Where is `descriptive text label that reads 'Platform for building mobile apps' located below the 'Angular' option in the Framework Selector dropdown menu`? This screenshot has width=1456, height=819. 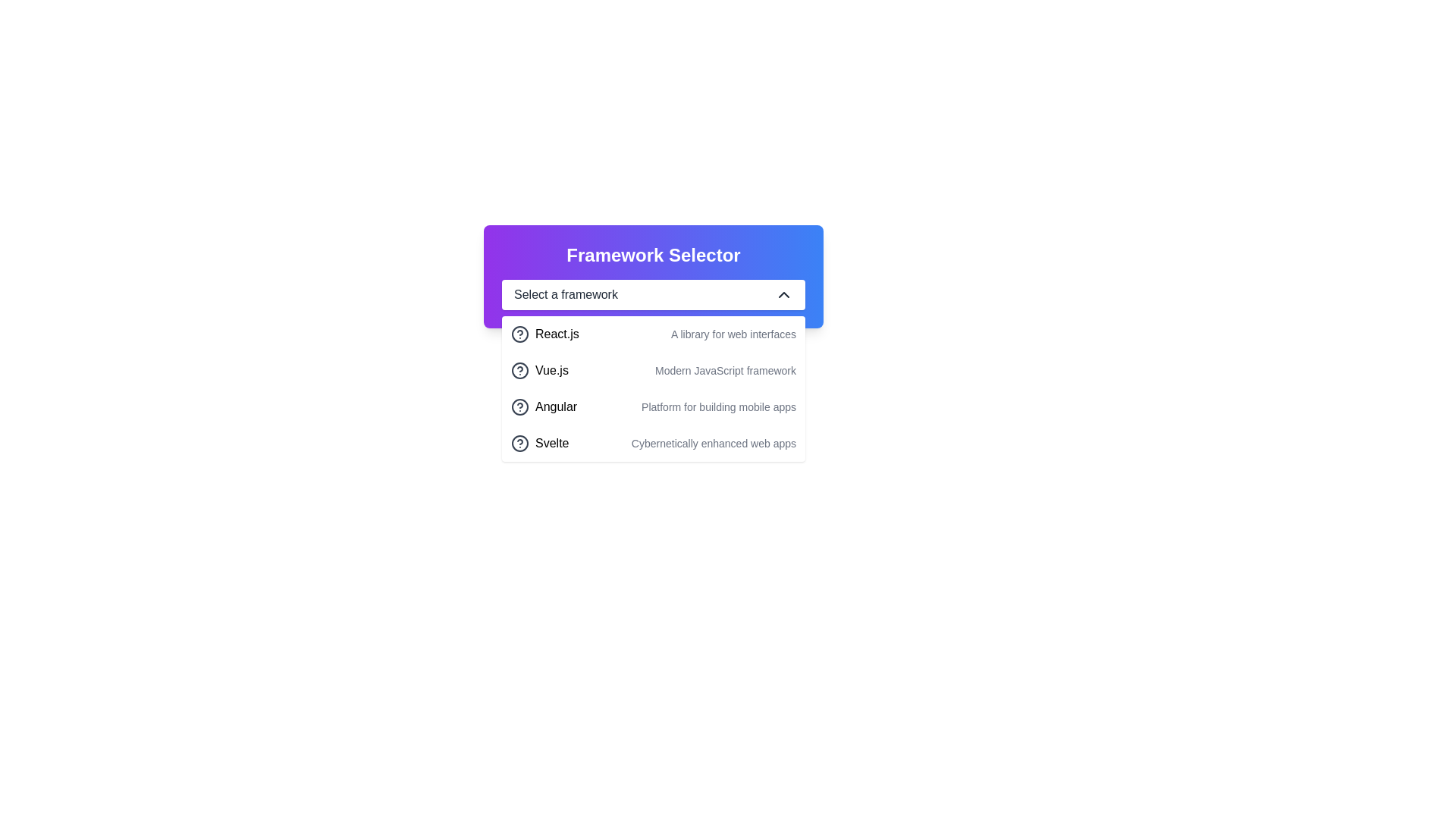 descriptive text label that reads 'Platform for building mobile apps' located below the 'Angular' option in the Framework Selector dropdown menu is located at coordinates (718, 406).